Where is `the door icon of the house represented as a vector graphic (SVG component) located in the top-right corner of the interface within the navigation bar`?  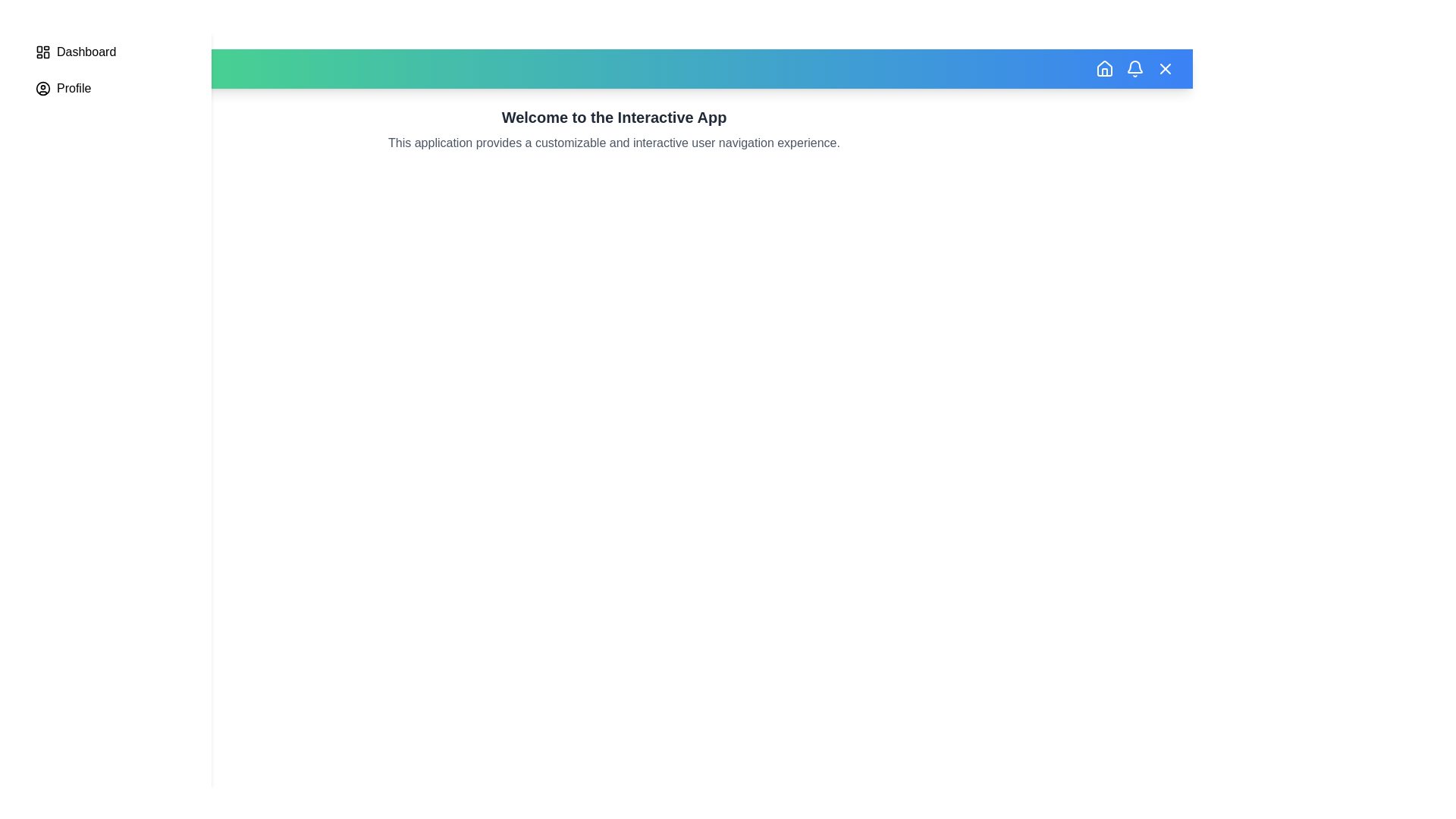 the door icon of the house represented as a vector graphic (SVG component) located in the top-right corner of the interface within the navigation bar is located at coordinates (1105, 72).